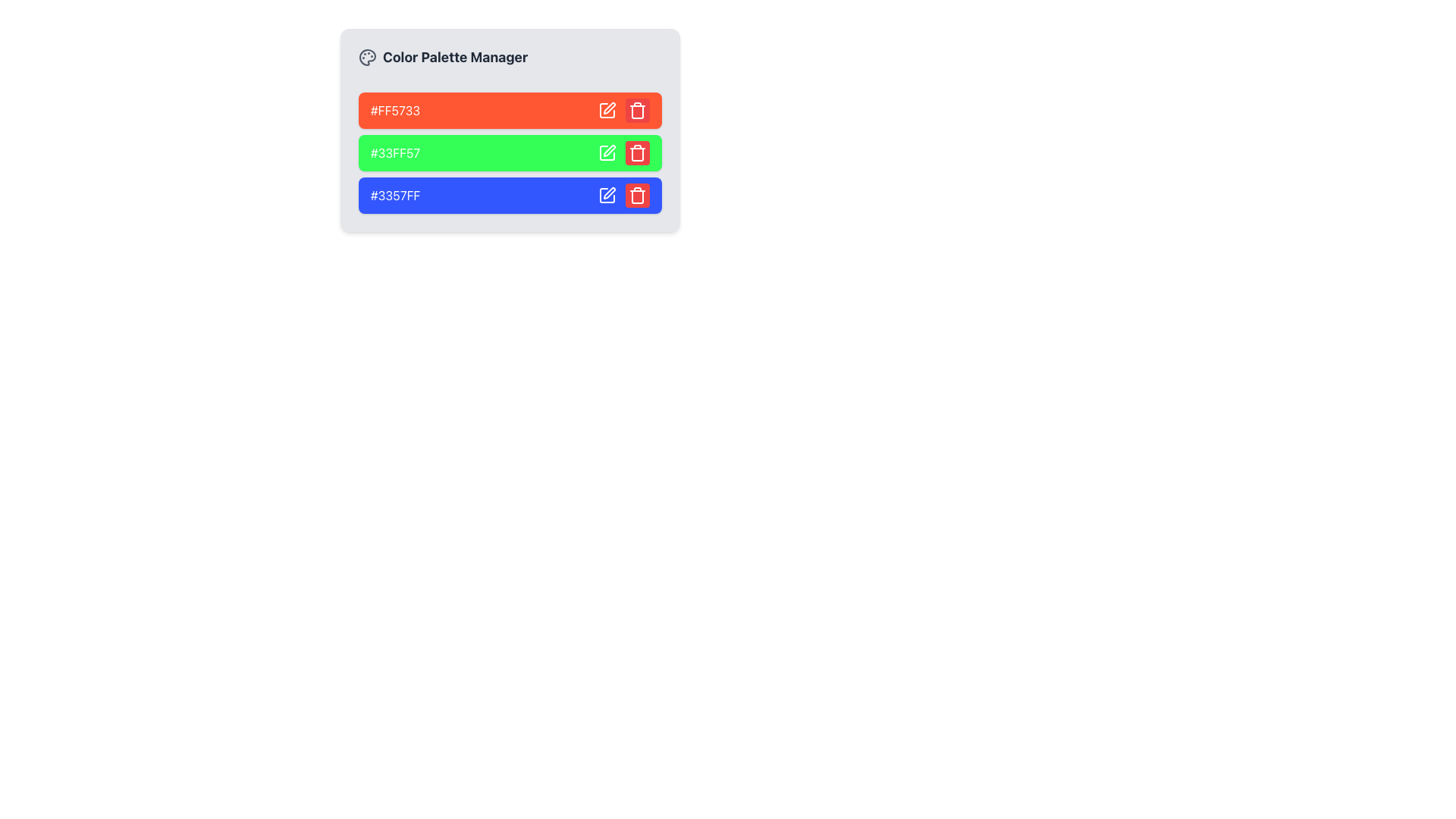 The width and height of the screenshot is (1456, 819). What do you see at coordinates (607, 195) in the screenshot?
I see `the edit icon resembling a pen located in the blue section of the interface, adjacent to the text labeled '#3357FF'` at bounding box center [607, 195].